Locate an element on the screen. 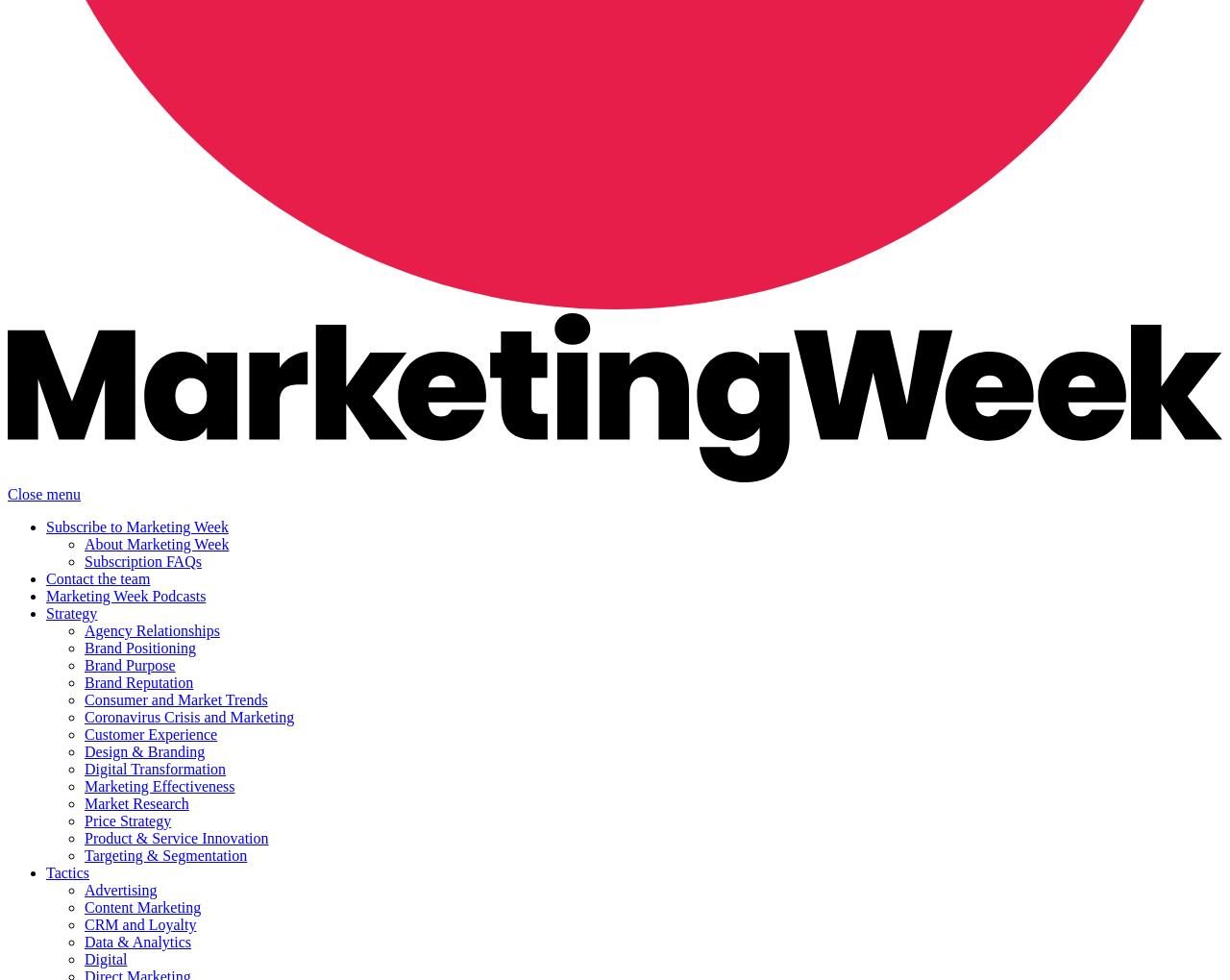 This screenshot has height=980, width=1230. 'Digital' is located at coordinates (104, 959).